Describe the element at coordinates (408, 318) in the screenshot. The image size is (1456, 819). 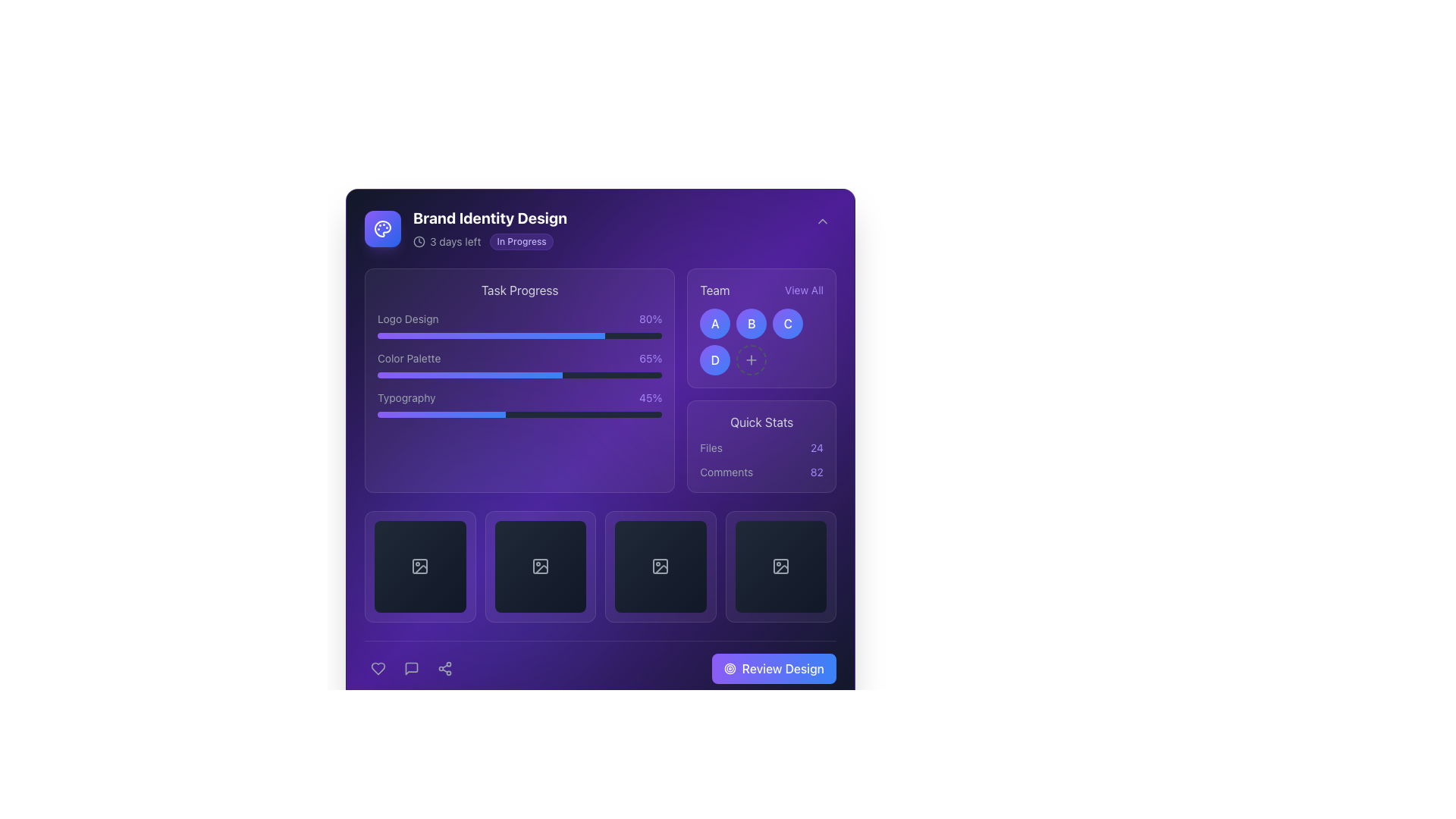
I see `the Text Label that indicates the task related to the progress bar, positioned to the left of the '80%' text in the 'Task Progress' box` at that location.